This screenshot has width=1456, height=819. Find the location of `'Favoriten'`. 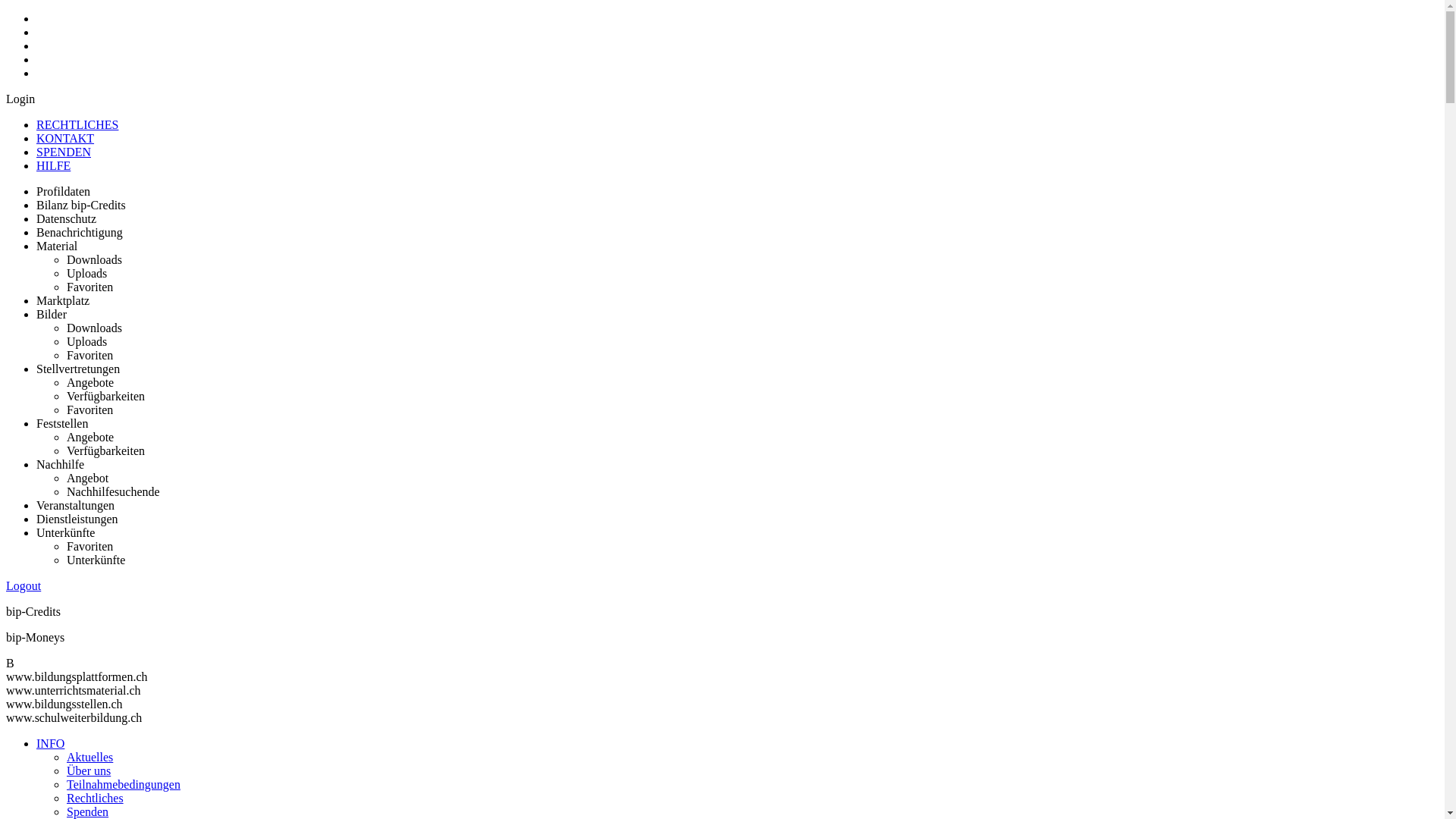

'Favoriten' is located at coordinates (89, 287).